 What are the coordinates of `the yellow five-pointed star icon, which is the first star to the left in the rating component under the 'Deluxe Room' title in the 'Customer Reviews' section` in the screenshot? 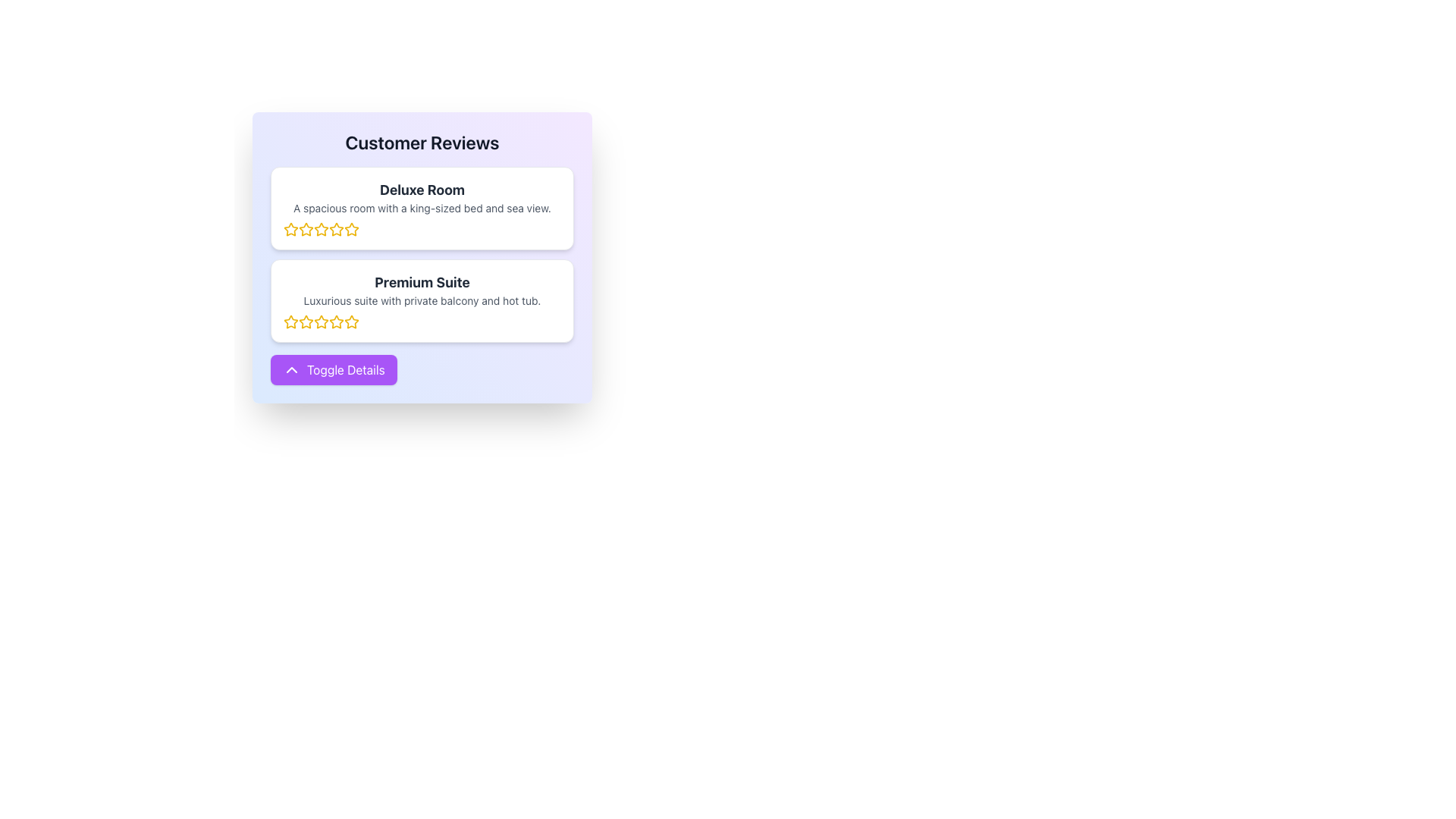 It's located at (291, 229).